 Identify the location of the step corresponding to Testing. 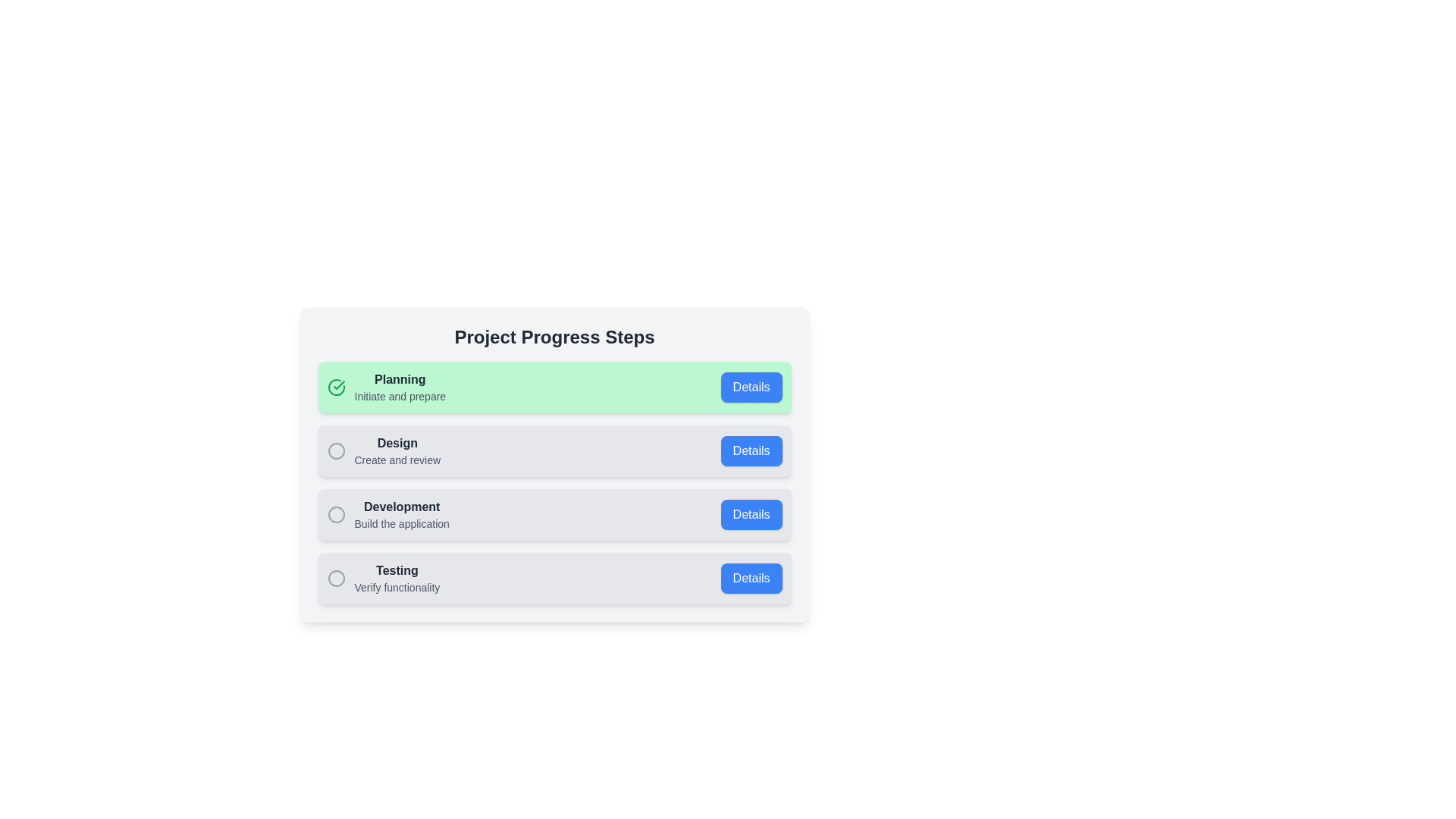
(554, 579).